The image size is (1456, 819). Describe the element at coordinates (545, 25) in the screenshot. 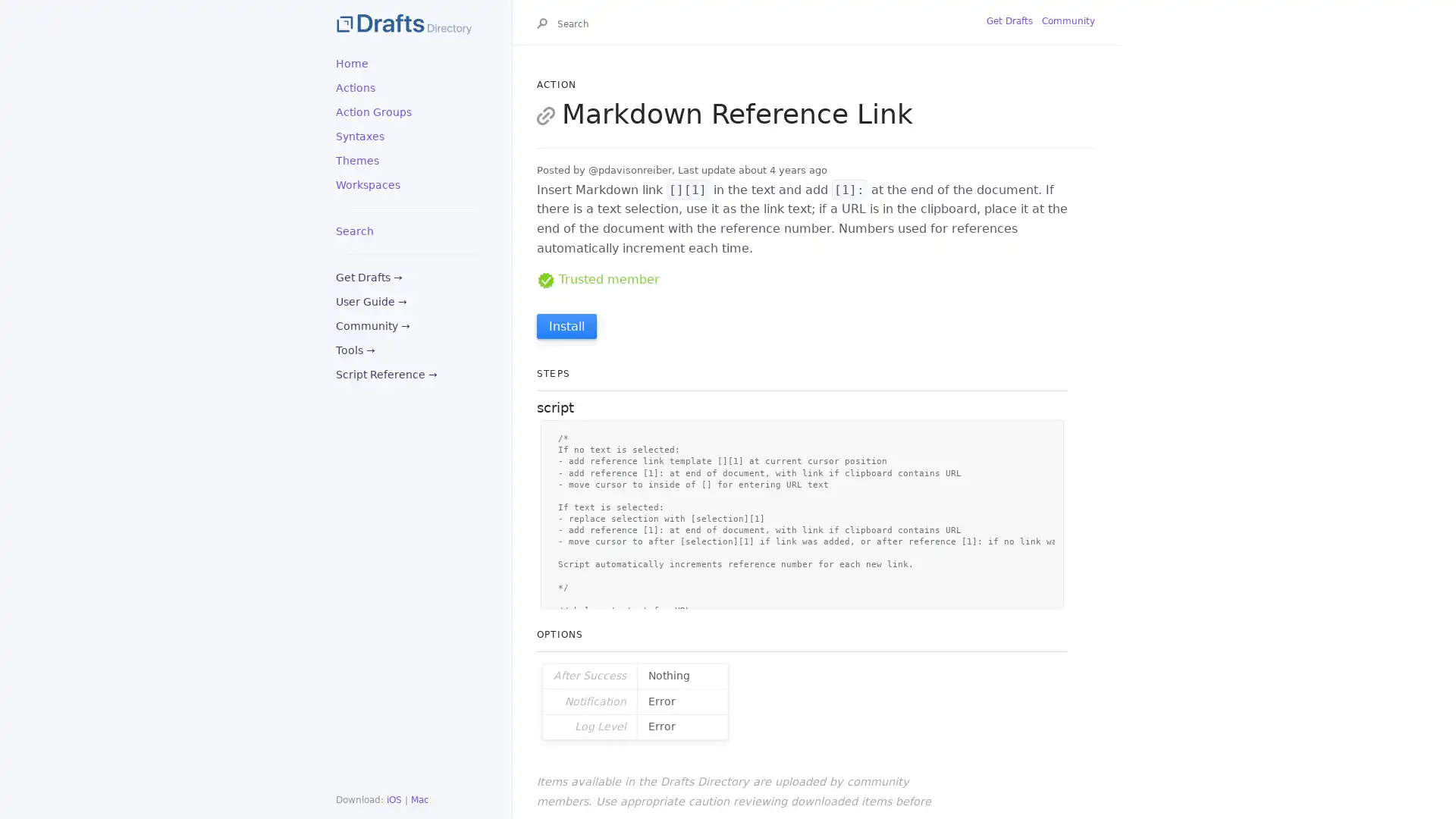

I see `Search` at that location.